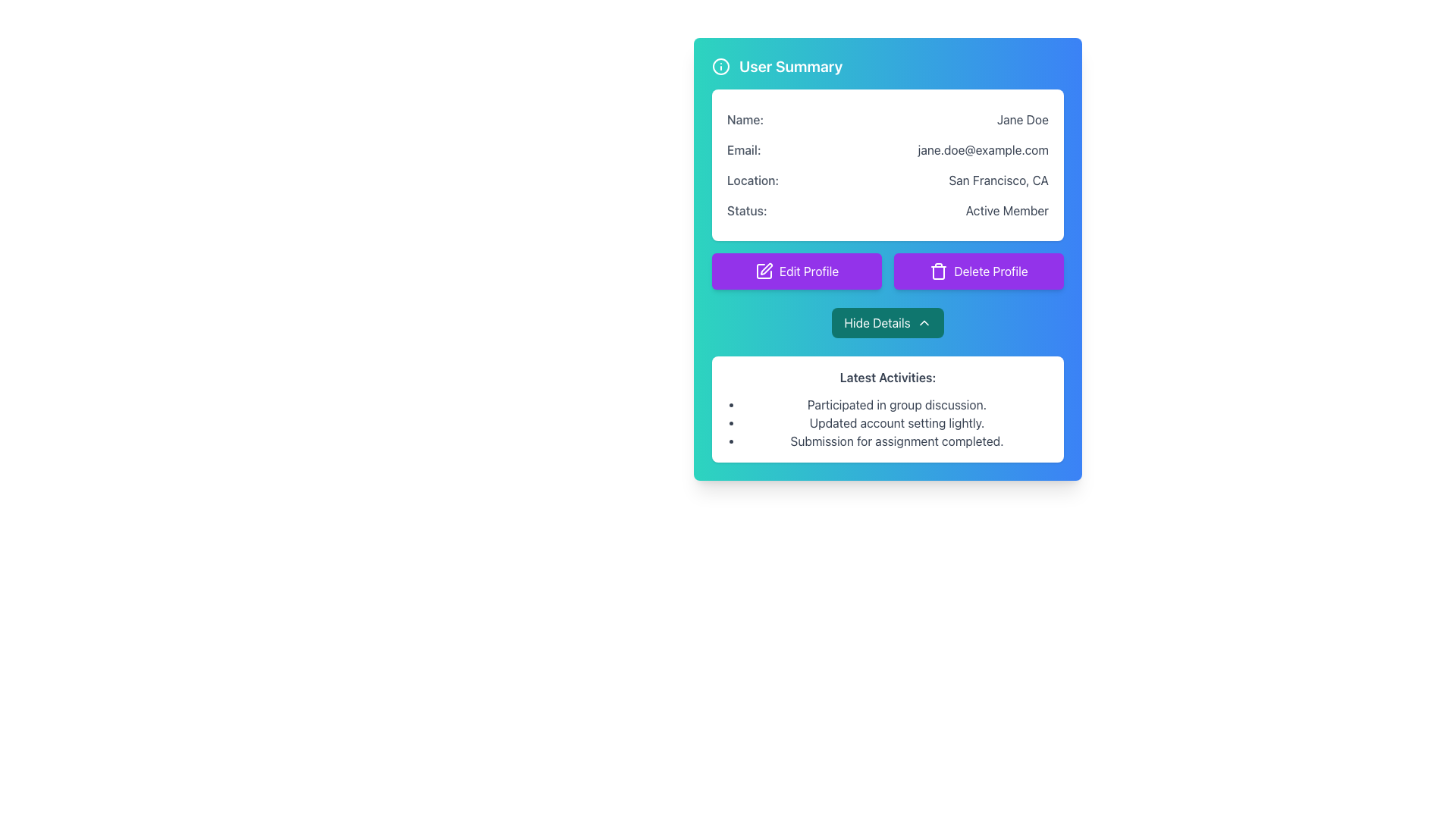 The width and height of the screenshot is (1456, 819). What do you see at coordinates (938, 271) in the screenshot?
I see `the delete icon located within the 'Delete Profile' button, which is distinguished by its purple color and labeled 'Delete Profile'` at bounding box center [938, 271].